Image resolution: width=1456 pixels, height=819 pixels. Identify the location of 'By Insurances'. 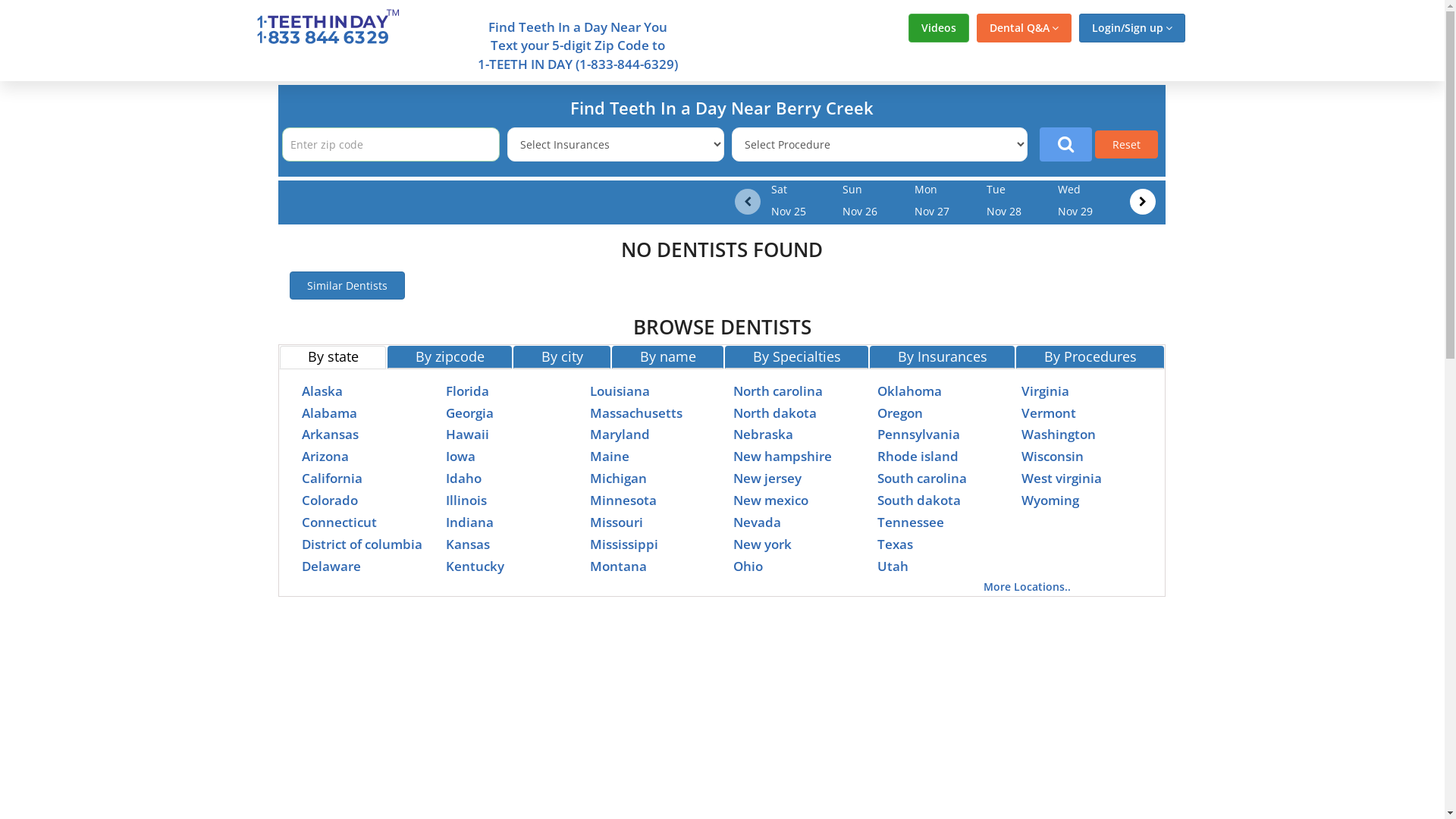
(941, 356).